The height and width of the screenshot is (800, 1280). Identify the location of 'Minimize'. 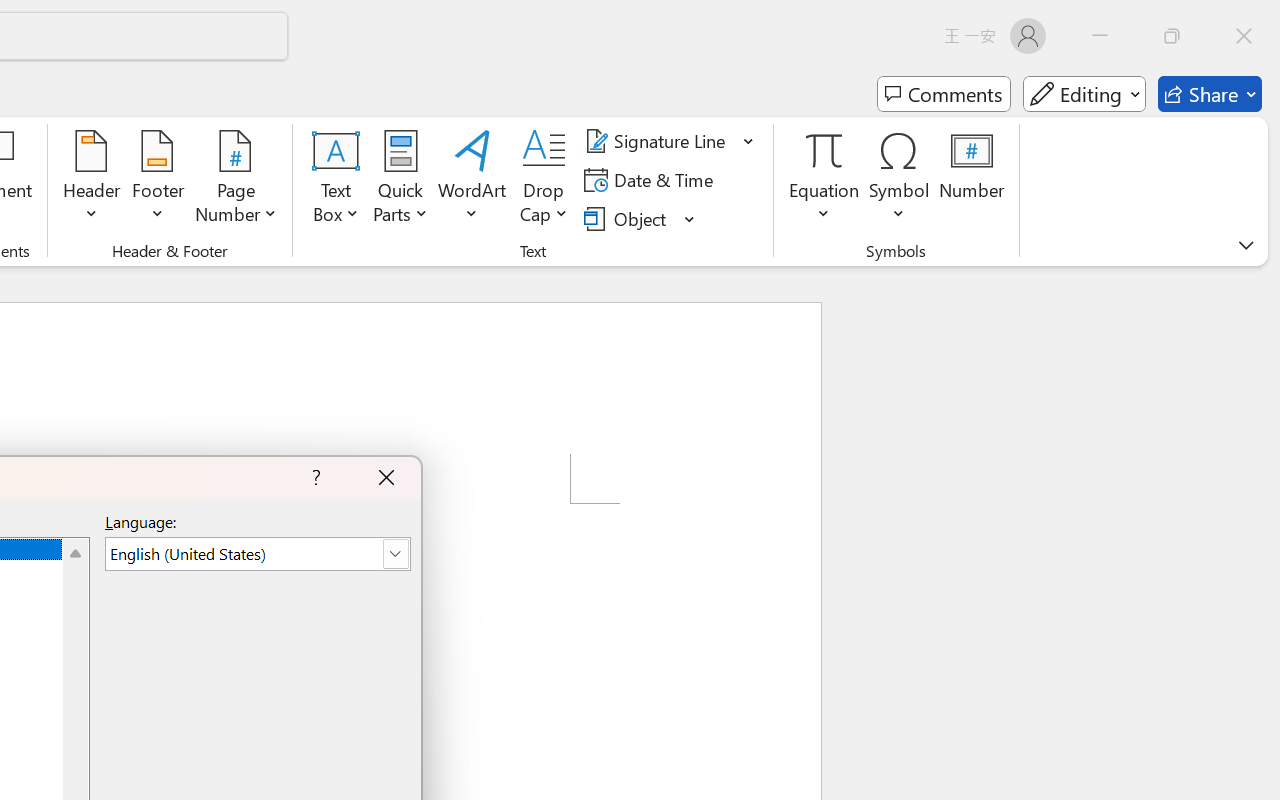
(1099, 35).